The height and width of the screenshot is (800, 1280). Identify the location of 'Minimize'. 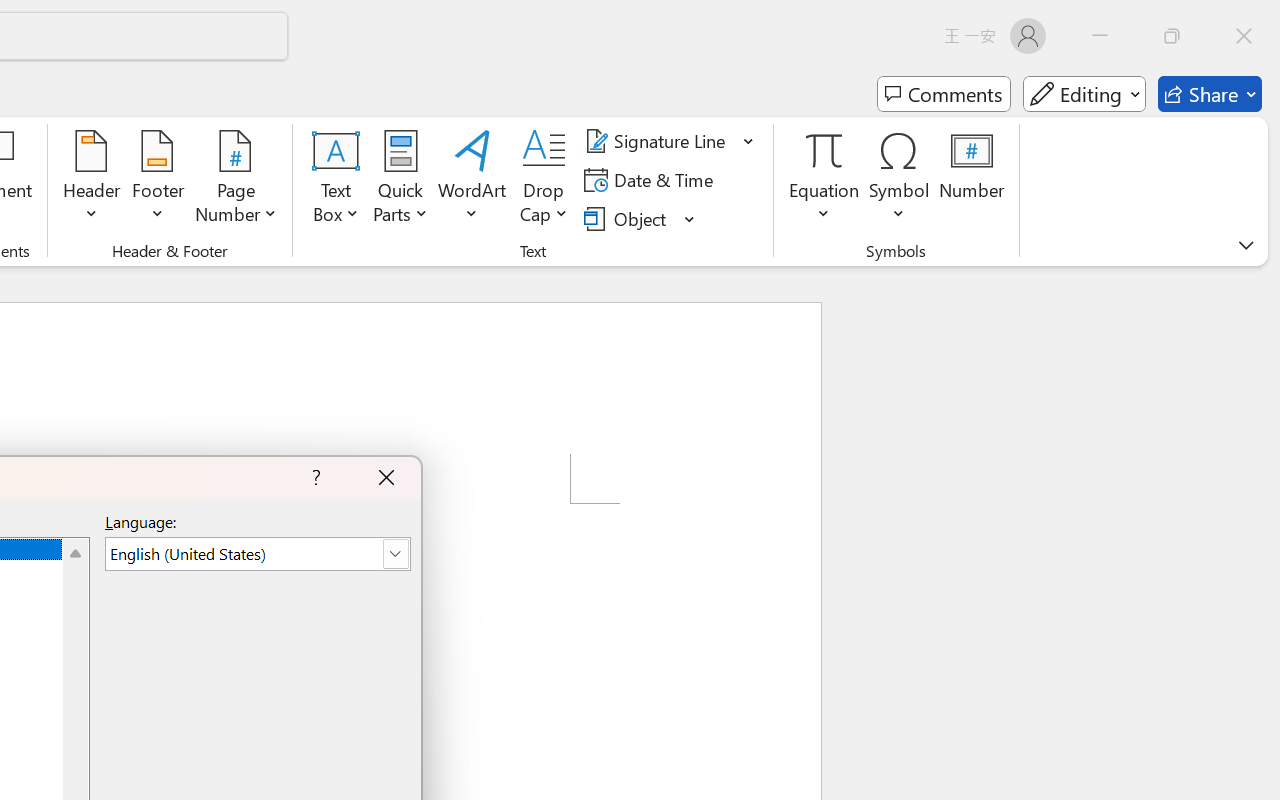
(1099, 35).